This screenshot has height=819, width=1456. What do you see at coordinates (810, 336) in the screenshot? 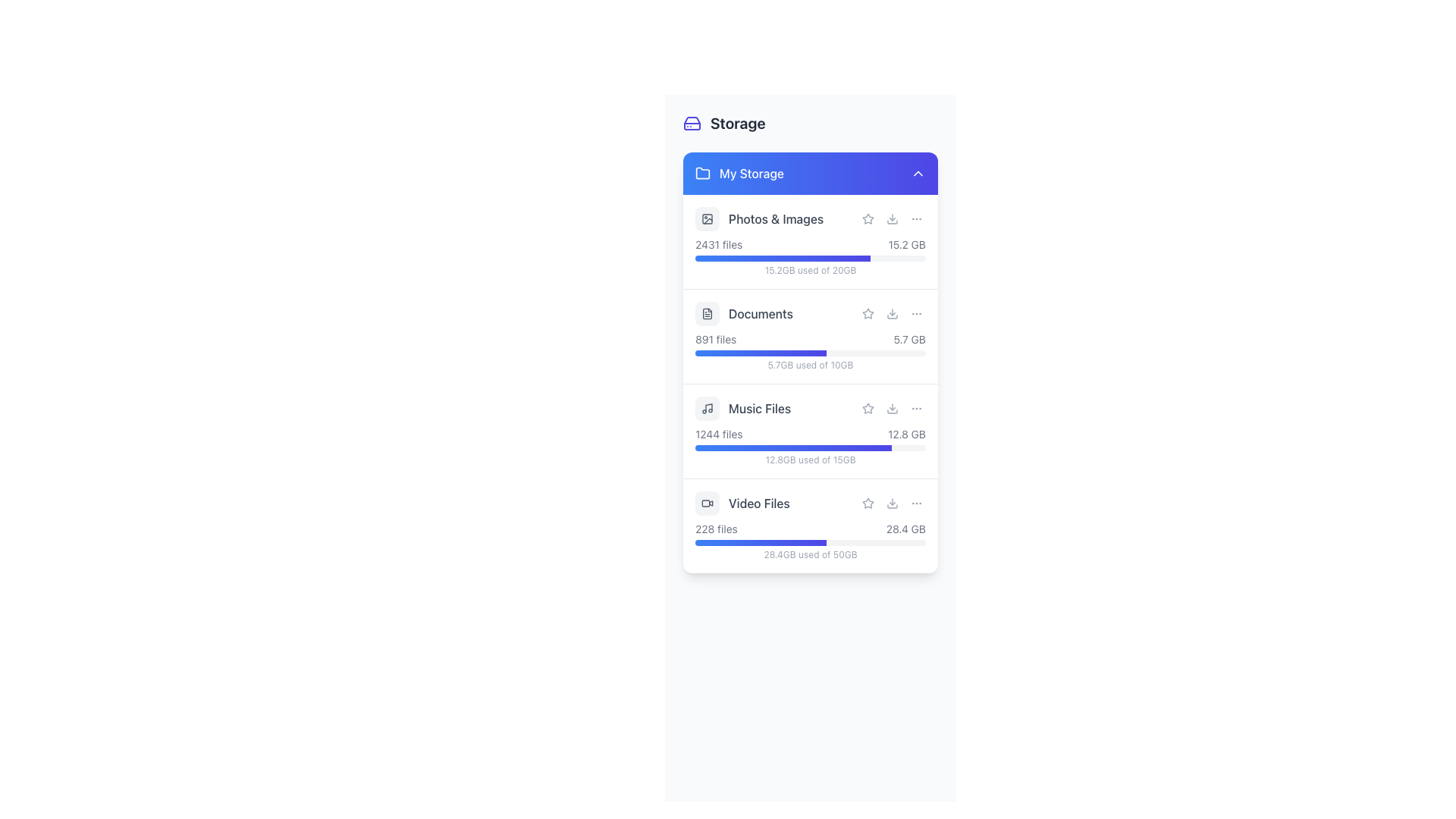
I see `the informational card in the 'My Storage' section that displays storage usage for documents` at bounding box center [810, 336].